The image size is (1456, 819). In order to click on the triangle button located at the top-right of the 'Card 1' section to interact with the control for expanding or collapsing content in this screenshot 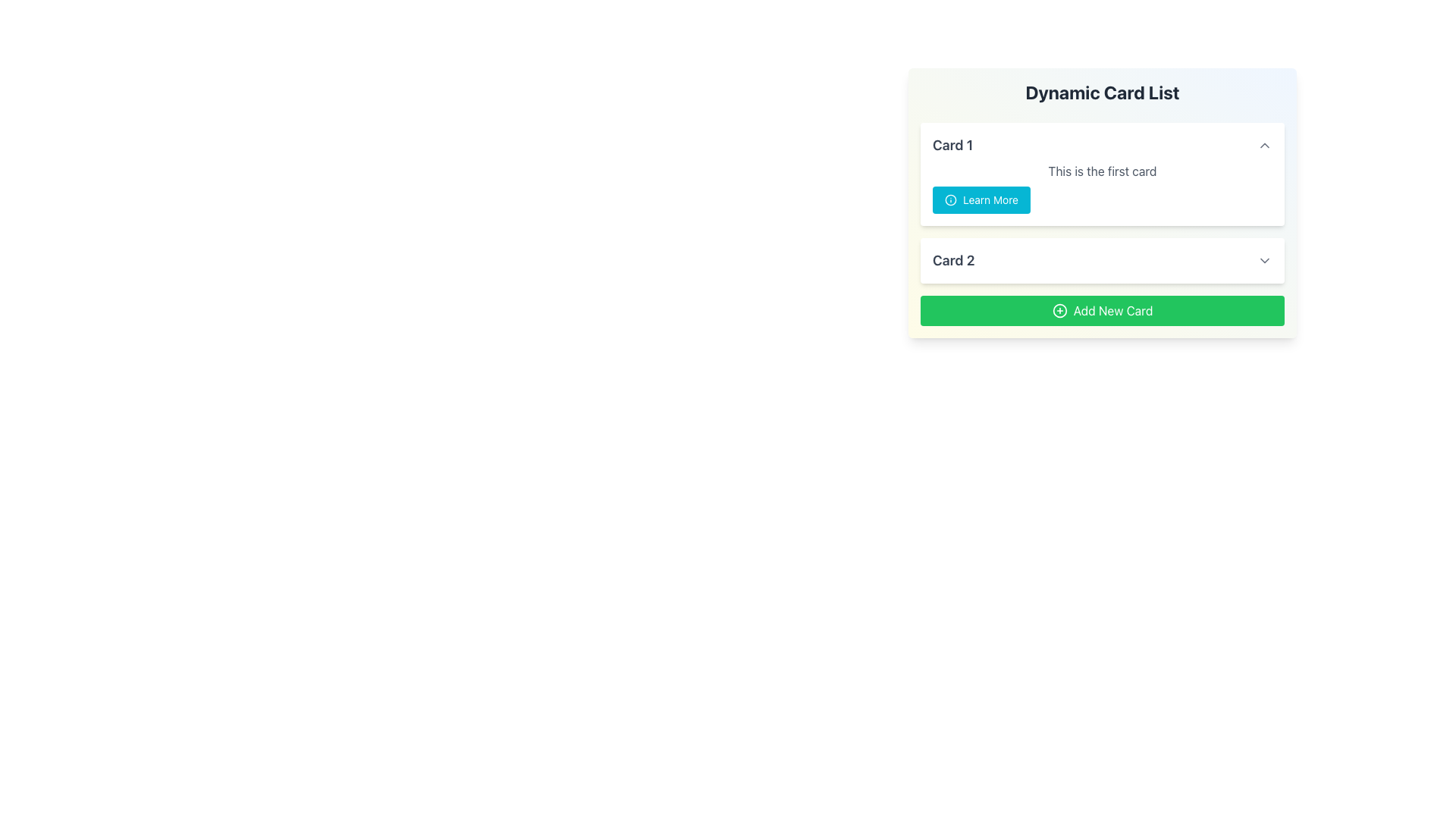, I will do `click(1265, 146)`.